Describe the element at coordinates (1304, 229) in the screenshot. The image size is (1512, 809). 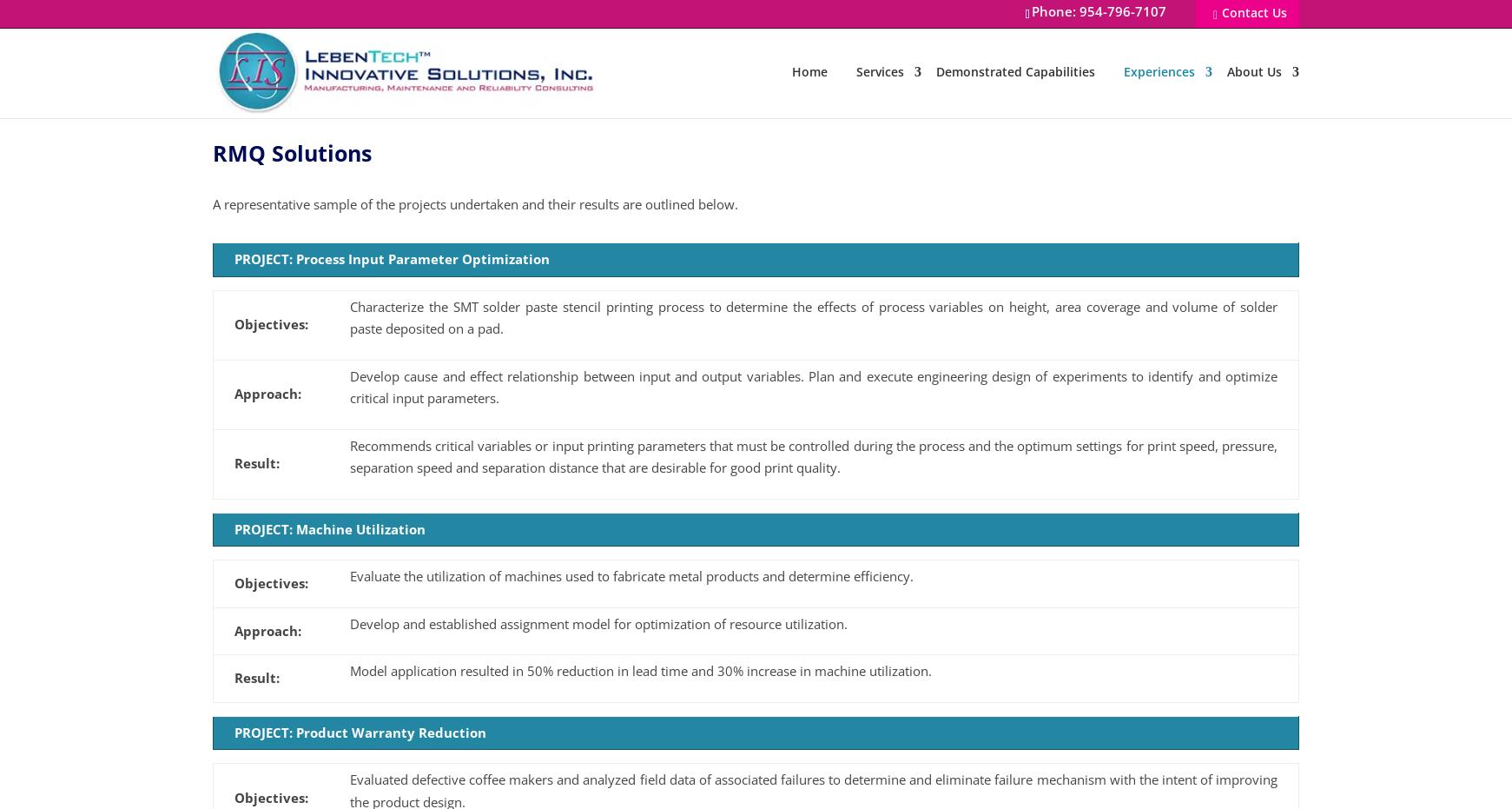
I see `'LebenTech Quality Program'` at that location.